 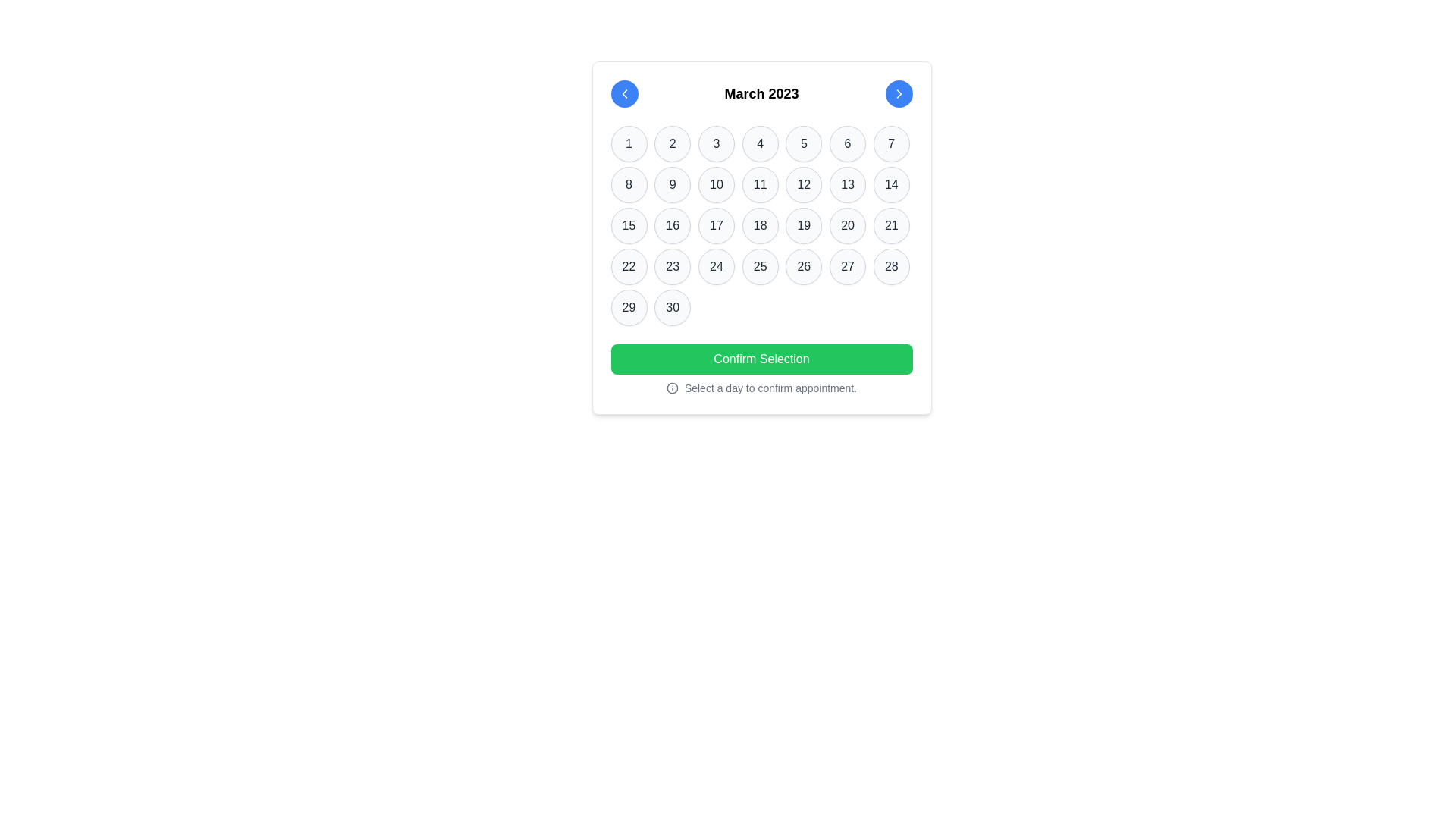 What do you see at coordinates (672, 143) in the screenshot?
I see `the circular button labeled '2' with a gray background that is located` at bounding box center [672, 143].